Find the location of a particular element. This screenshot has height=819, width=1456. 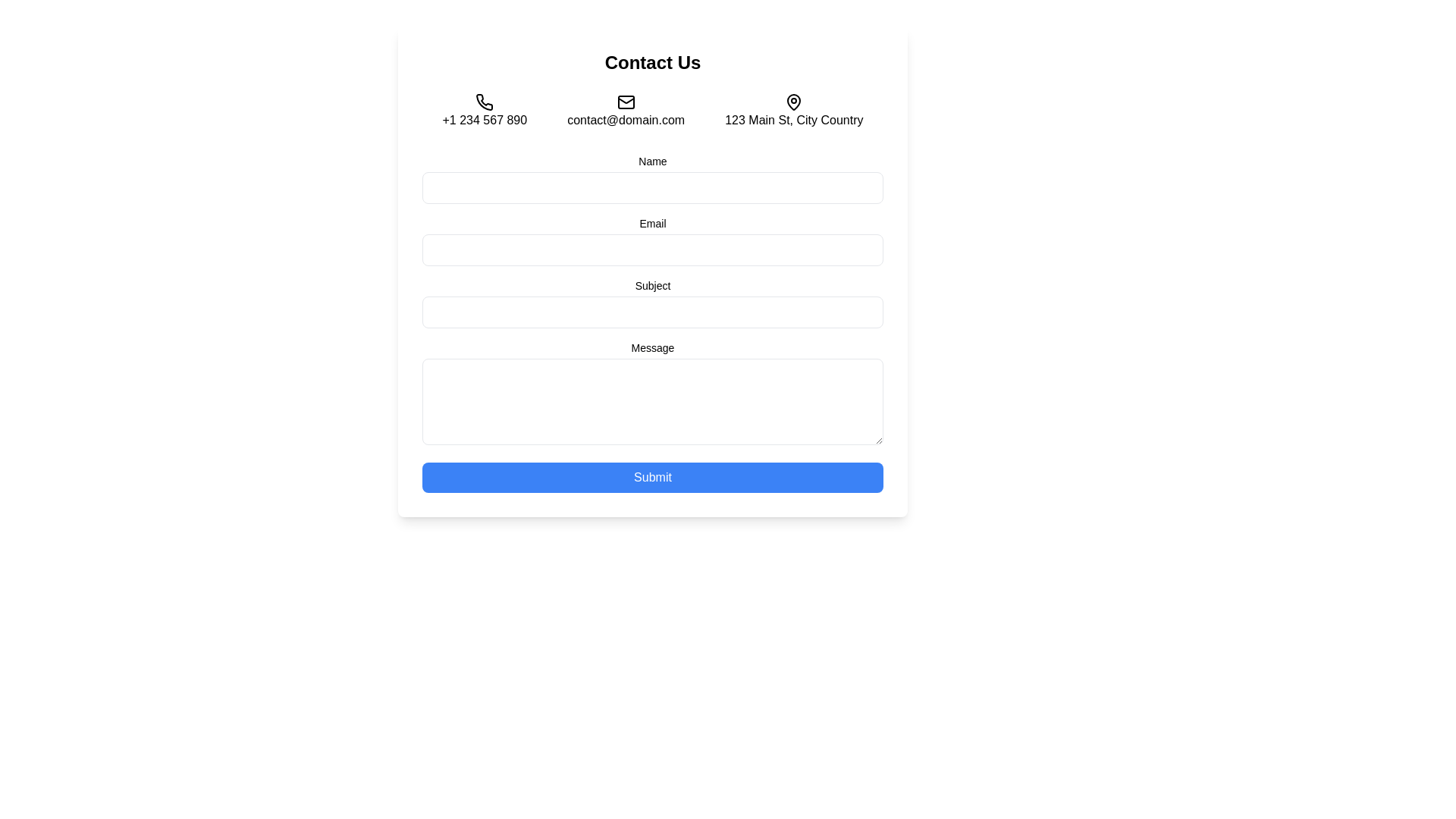

the submit button located at the bottom of the form, which allows users to submit data. This action will change its background color is located at coordinates (652, 476).